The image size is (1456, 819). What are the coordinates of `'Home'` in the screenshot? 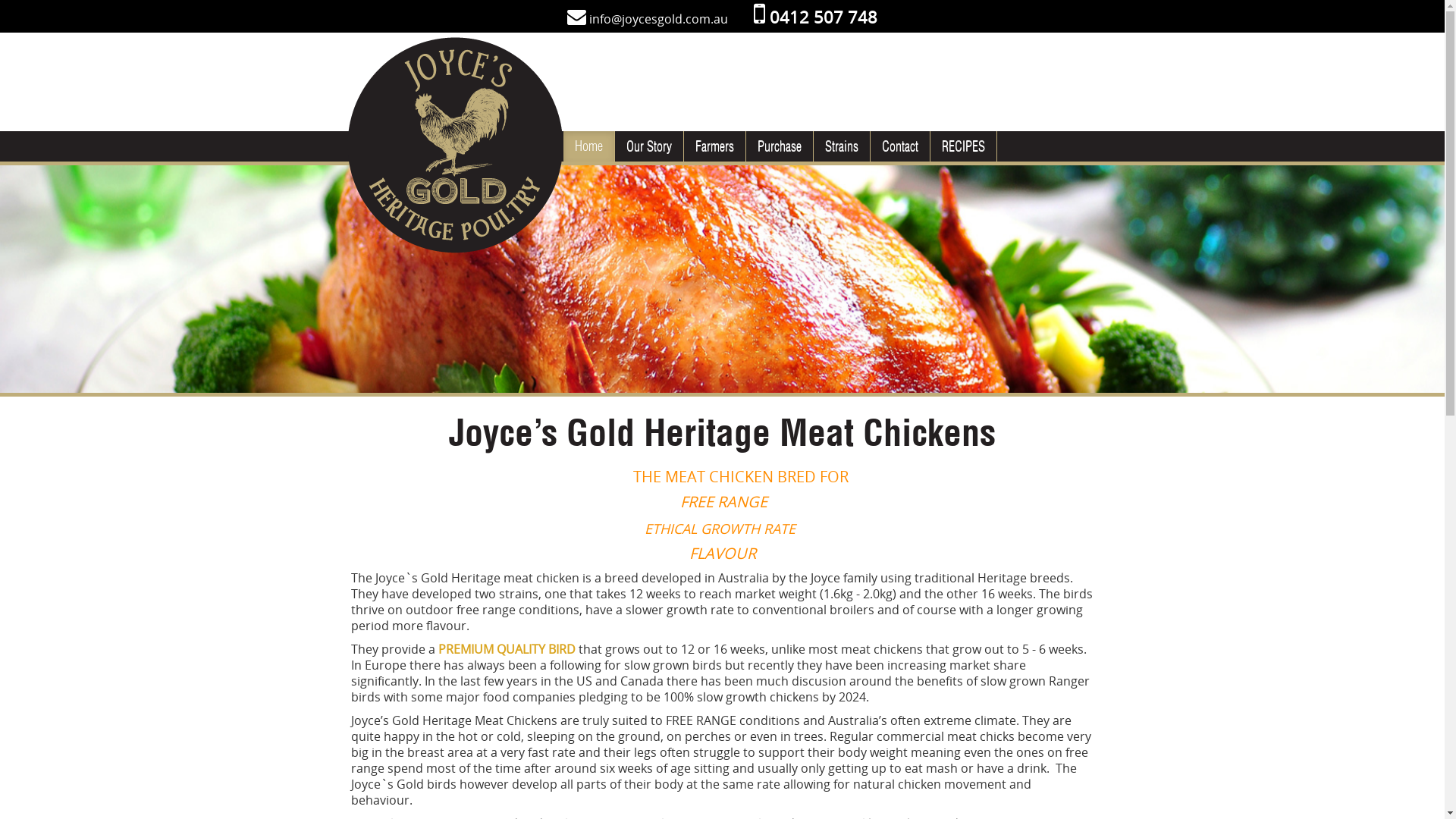 It's located at (562, 146).